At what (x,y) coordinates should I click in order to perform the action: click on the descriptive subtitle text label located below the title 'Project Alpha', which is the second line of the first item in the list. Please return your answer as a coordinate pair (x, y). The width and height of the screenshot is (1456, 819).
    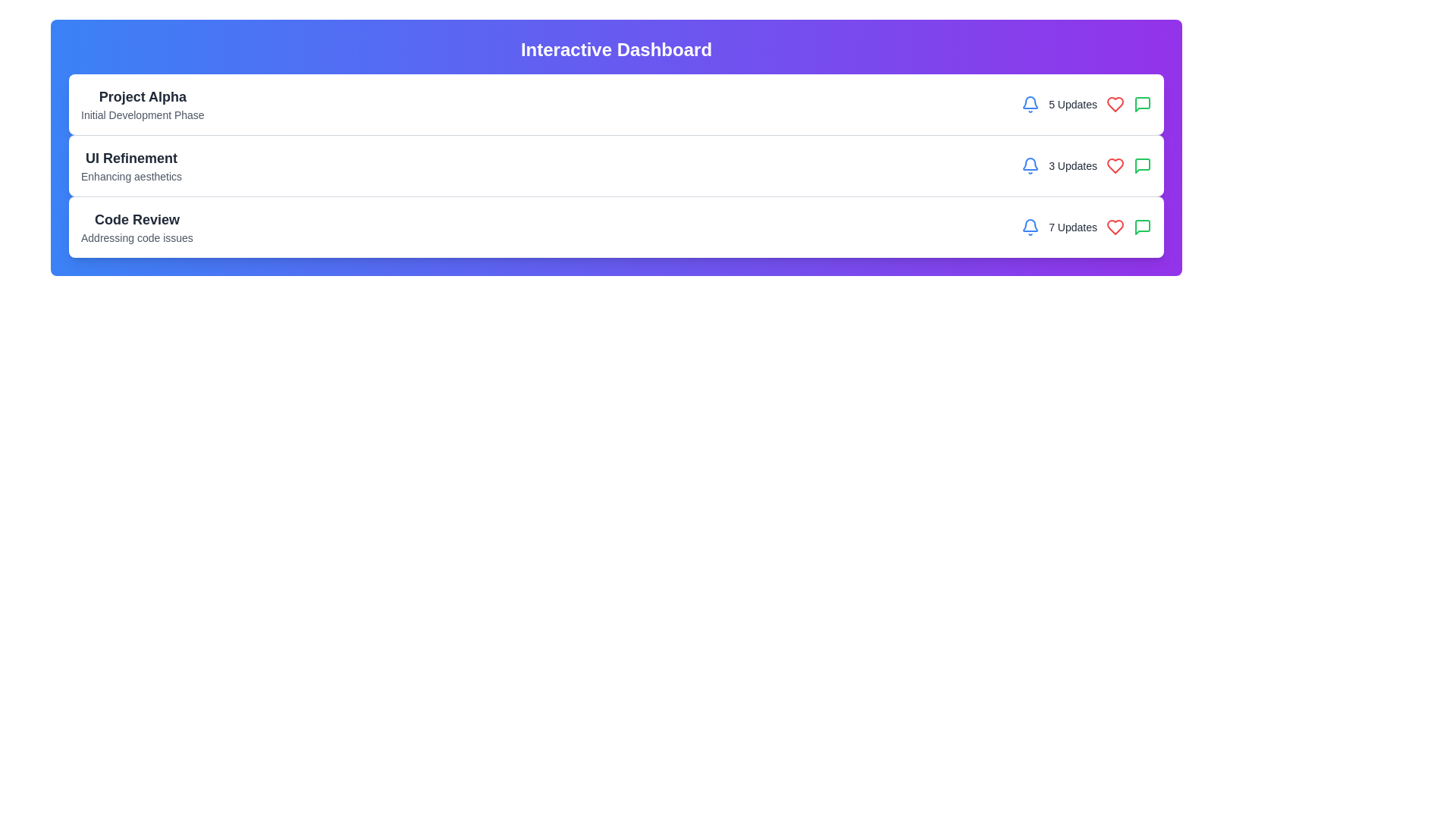
    Looking at the image, I should click on (143, 114).